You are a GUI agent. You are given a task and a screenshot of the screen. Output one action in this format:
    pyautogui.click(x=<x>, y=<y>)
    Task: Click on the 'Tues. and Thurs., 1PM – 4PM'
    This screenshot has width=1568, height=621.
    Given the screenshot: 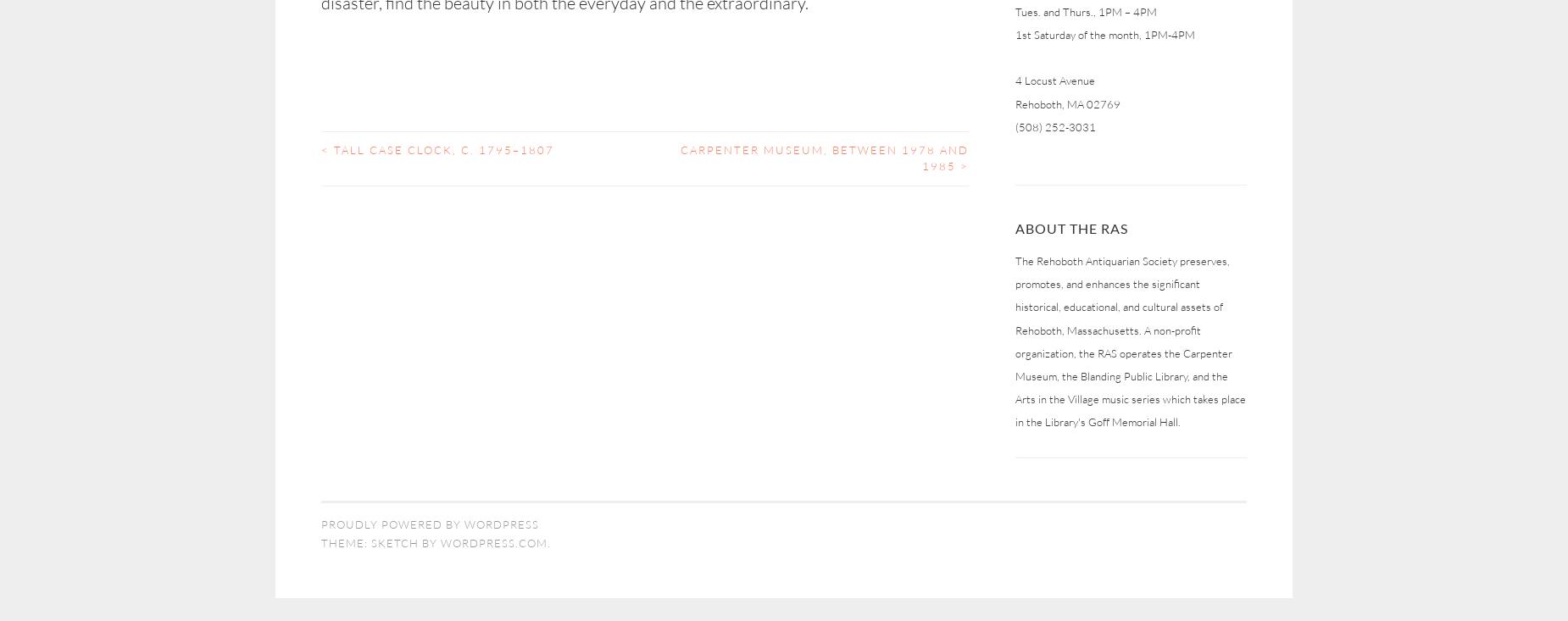 What is the action you would take?
    pyautogui.click(x=1015, y=9)
    